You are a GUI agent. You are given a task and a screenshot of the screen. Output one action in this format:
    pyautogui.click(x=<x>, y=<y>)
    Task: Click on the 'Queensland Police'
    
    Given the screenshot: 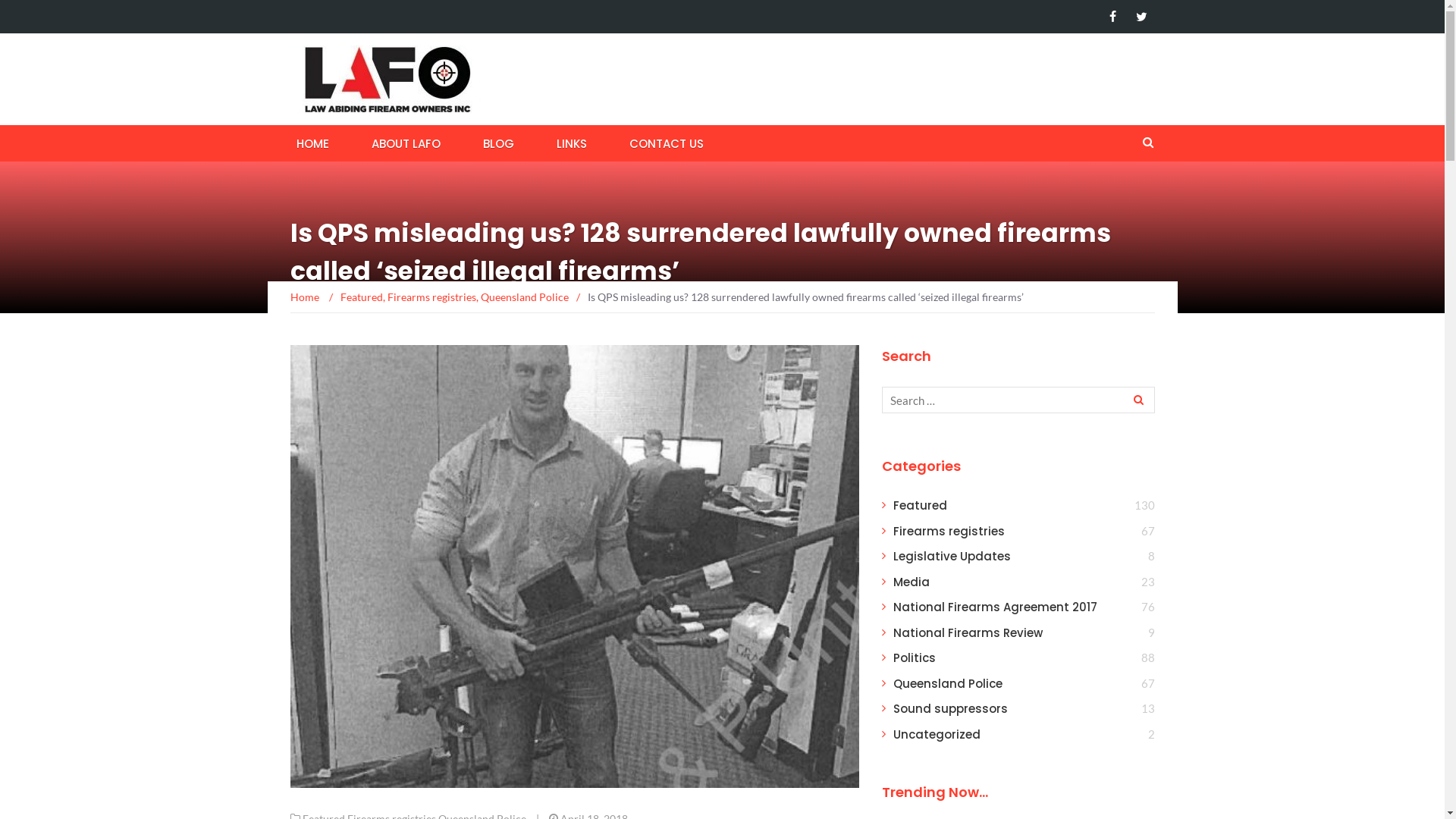 What is the action you would take?
    pyautogui.click(x=946, y=683)
    